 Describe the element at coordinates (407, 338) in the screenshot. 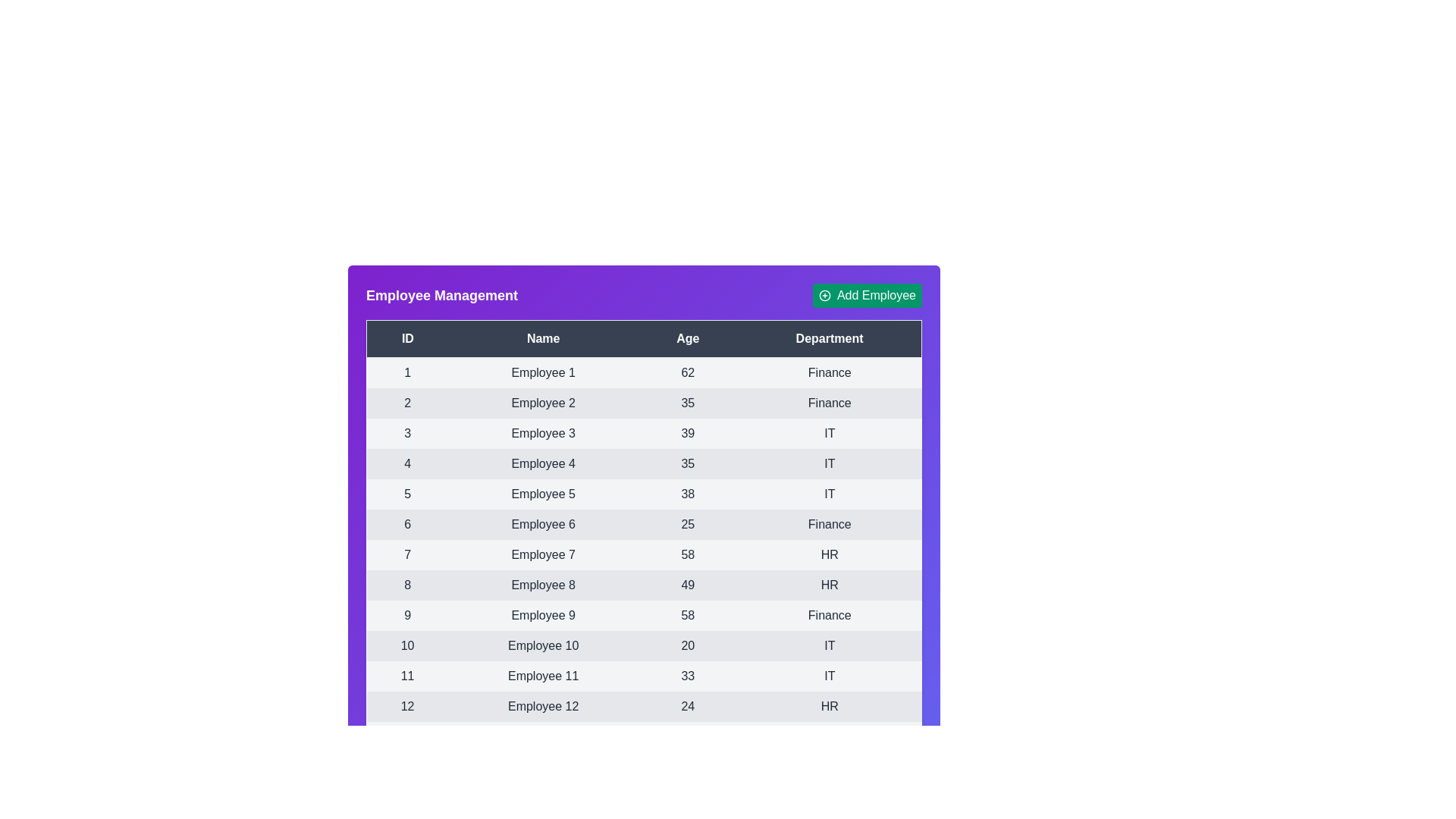

I see `the table header to sort the data by ID` at that location.